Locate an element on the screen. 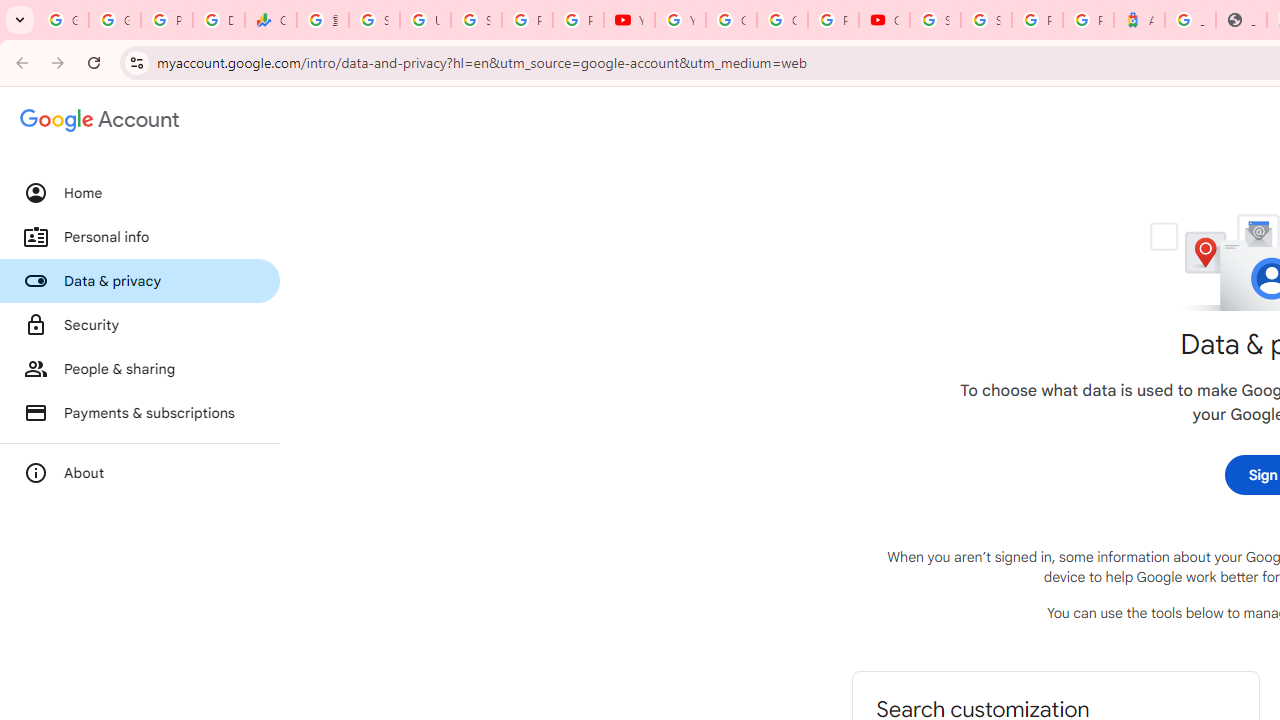  'Payments & subscriptions' is located at coordinates (139, 411).